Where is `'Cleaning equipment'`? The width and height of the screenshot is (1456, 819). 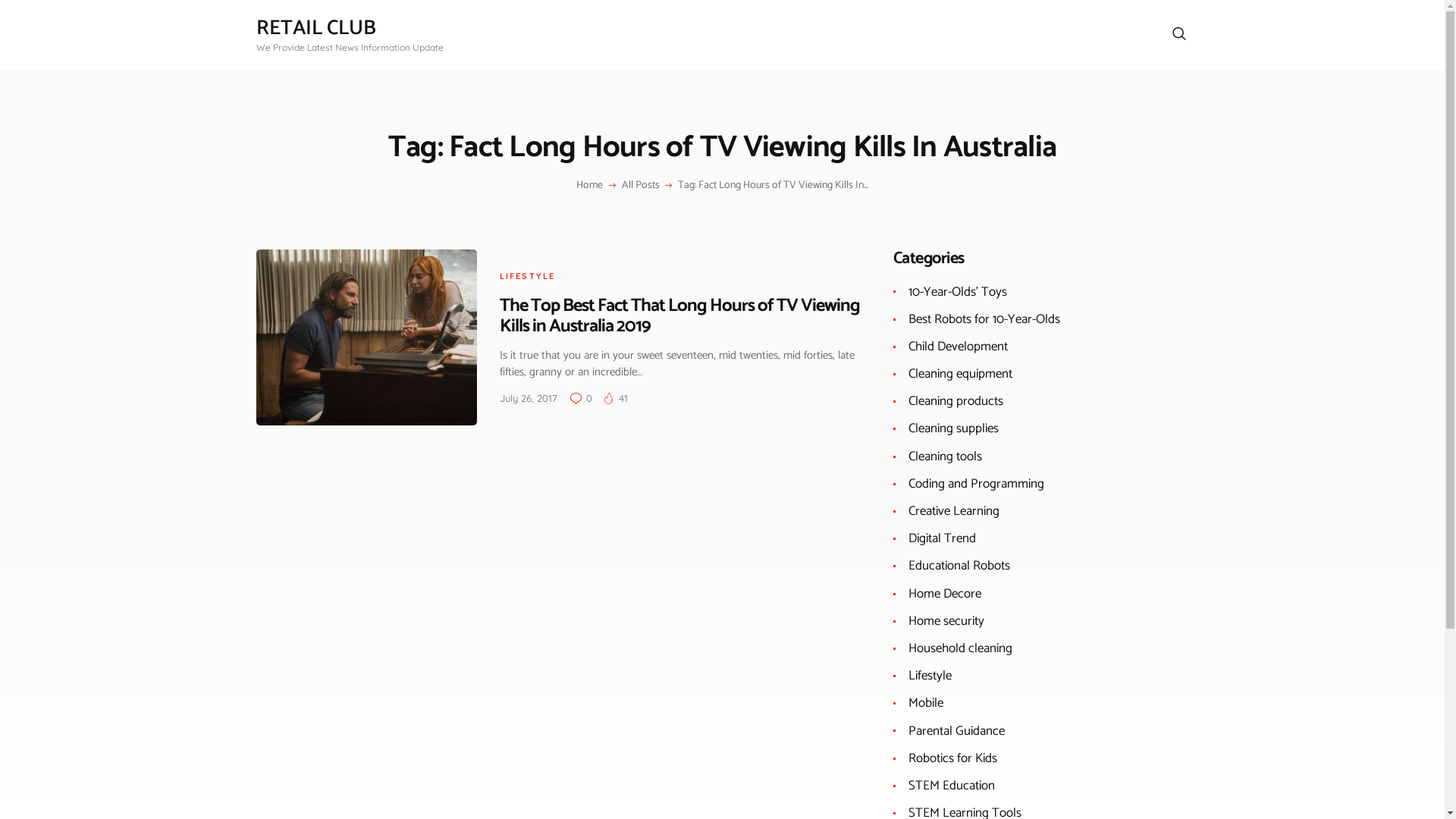 'Cleaning equipment' is located at coordinates (959, 374).